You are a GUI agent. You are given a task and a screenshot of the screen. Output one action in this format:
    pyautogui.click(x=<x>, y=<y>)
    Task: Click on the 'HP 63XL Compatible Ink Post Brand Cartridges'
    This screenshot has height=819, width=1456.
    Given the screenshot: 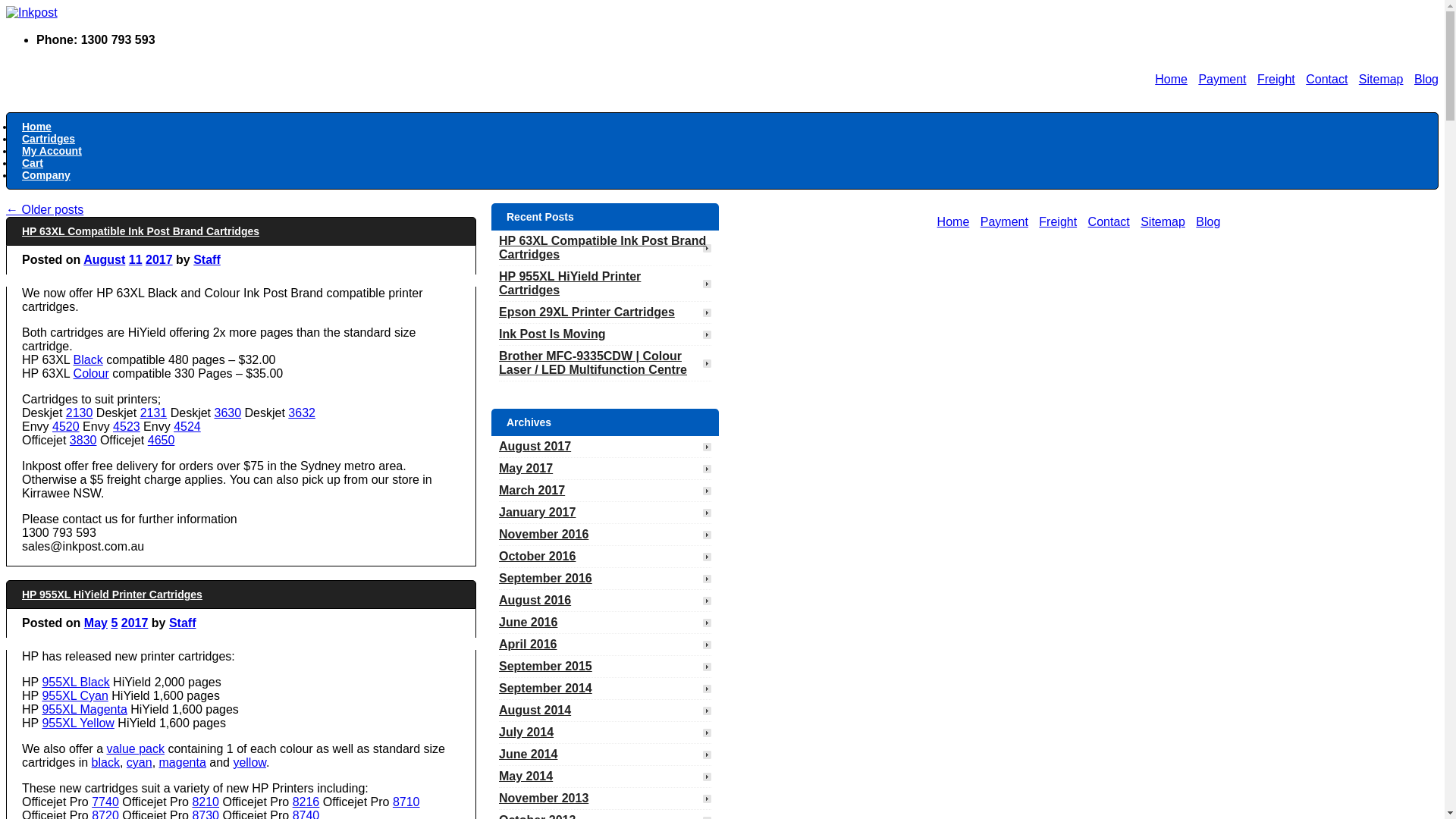 What is the action you would take?
    pyautogui.click(x=498, y=246)
    